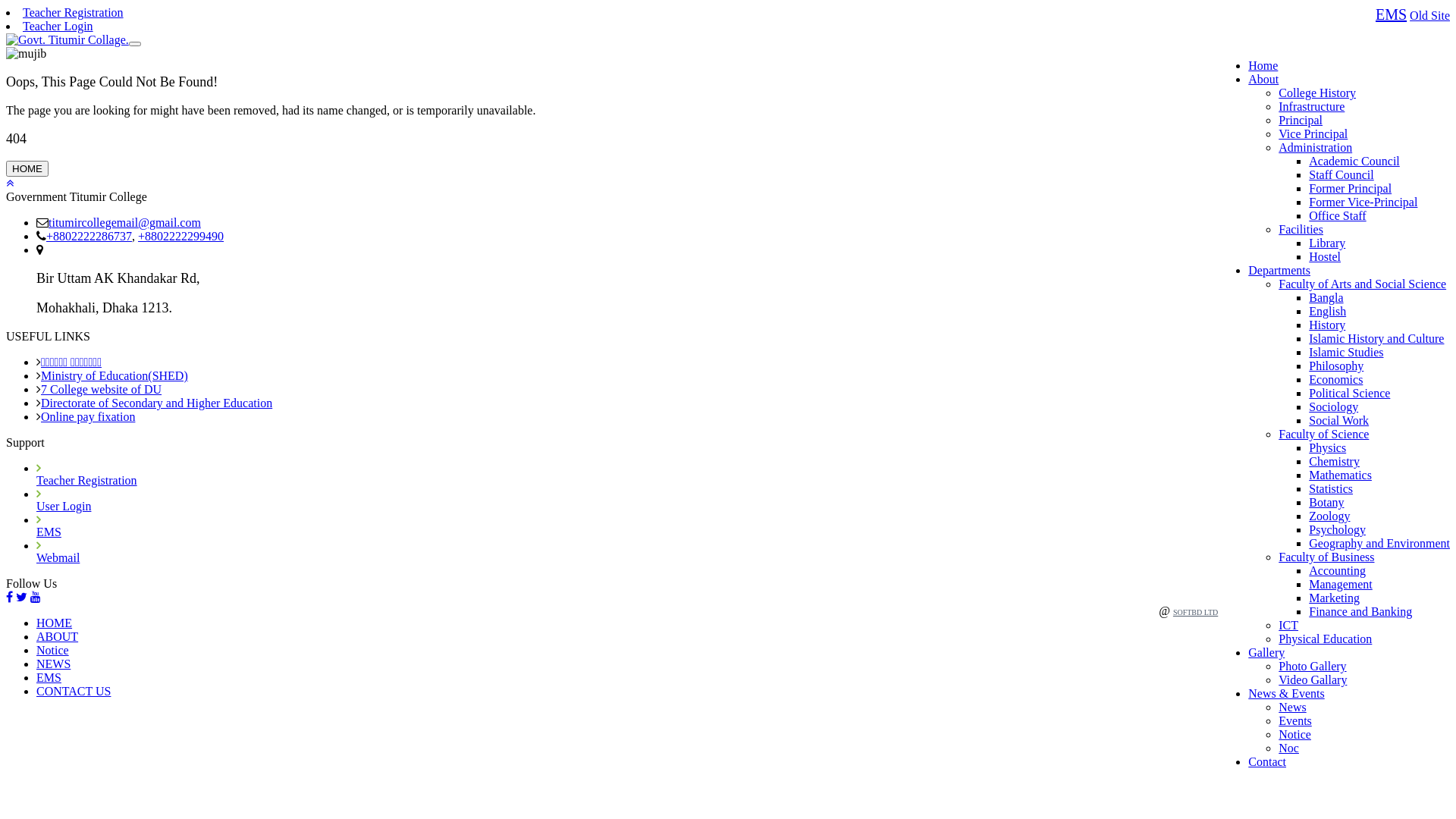  Describe the element at coordinates (57, 636) in the screenshot. I see `'ABOUT'` at that location.